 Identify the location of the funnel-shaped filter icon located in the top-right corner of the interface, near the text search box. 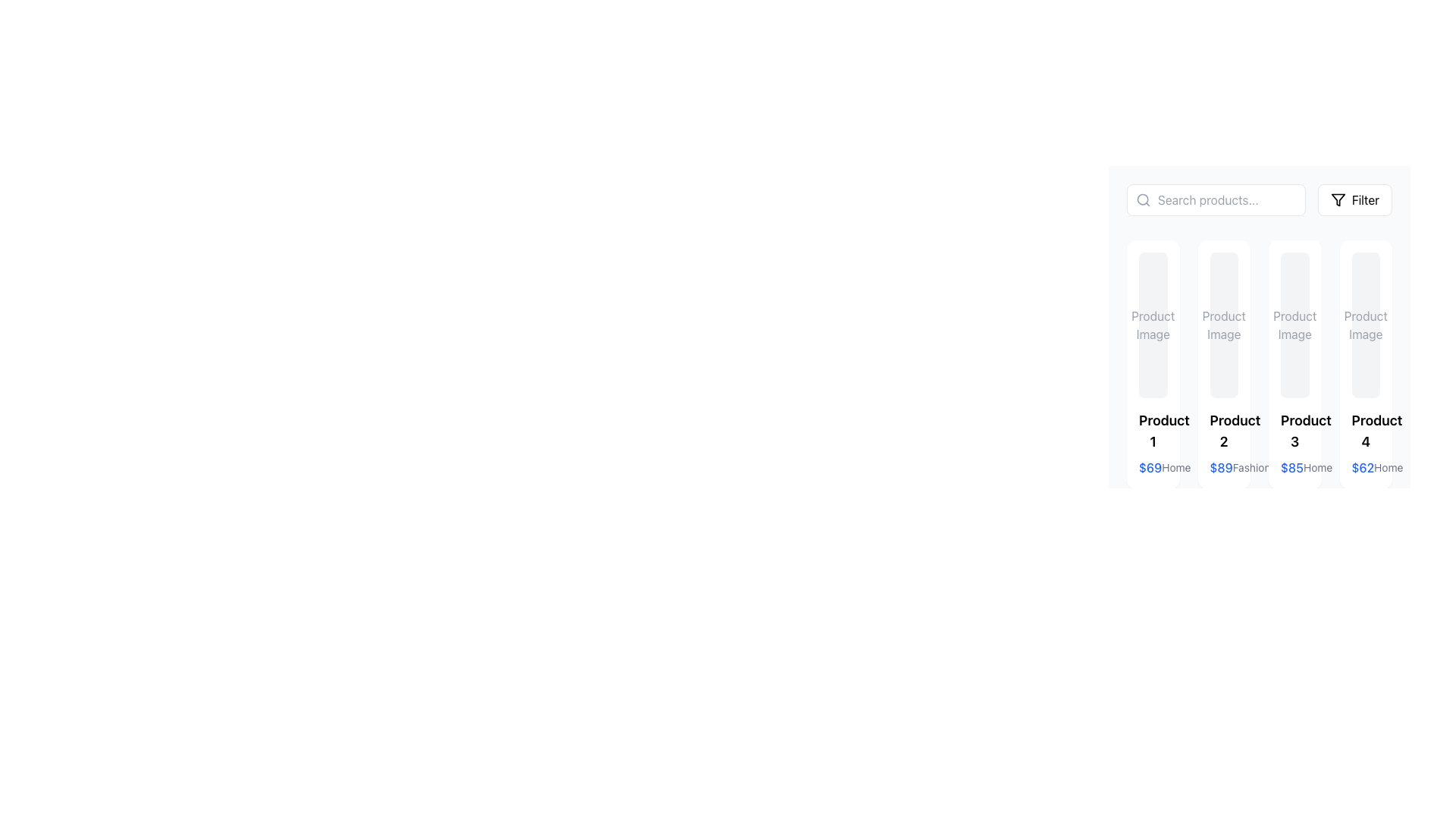
(1338, 199).